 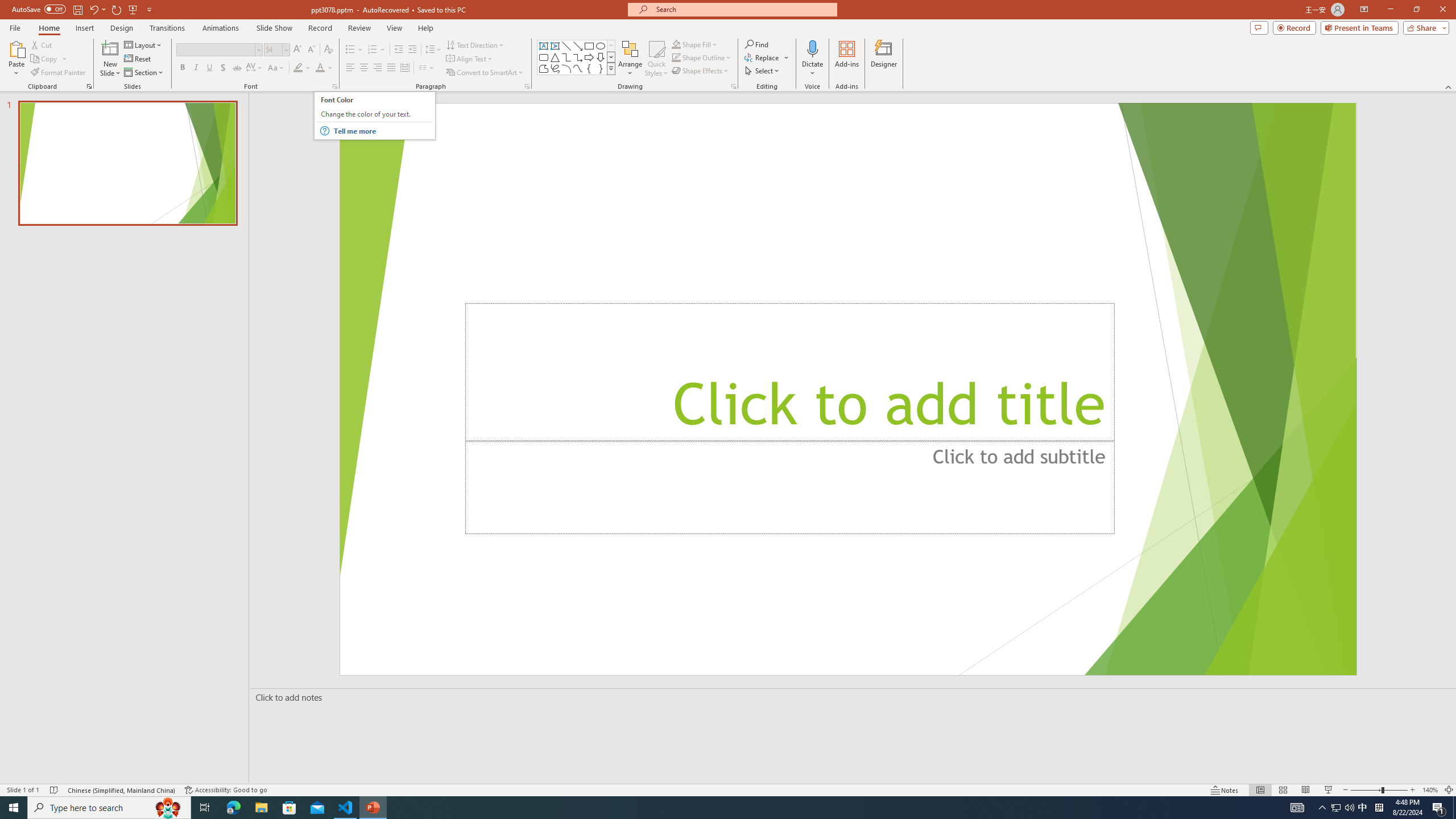 I want to click on 'Convert to SmartArt', so click(x=485, y=72).